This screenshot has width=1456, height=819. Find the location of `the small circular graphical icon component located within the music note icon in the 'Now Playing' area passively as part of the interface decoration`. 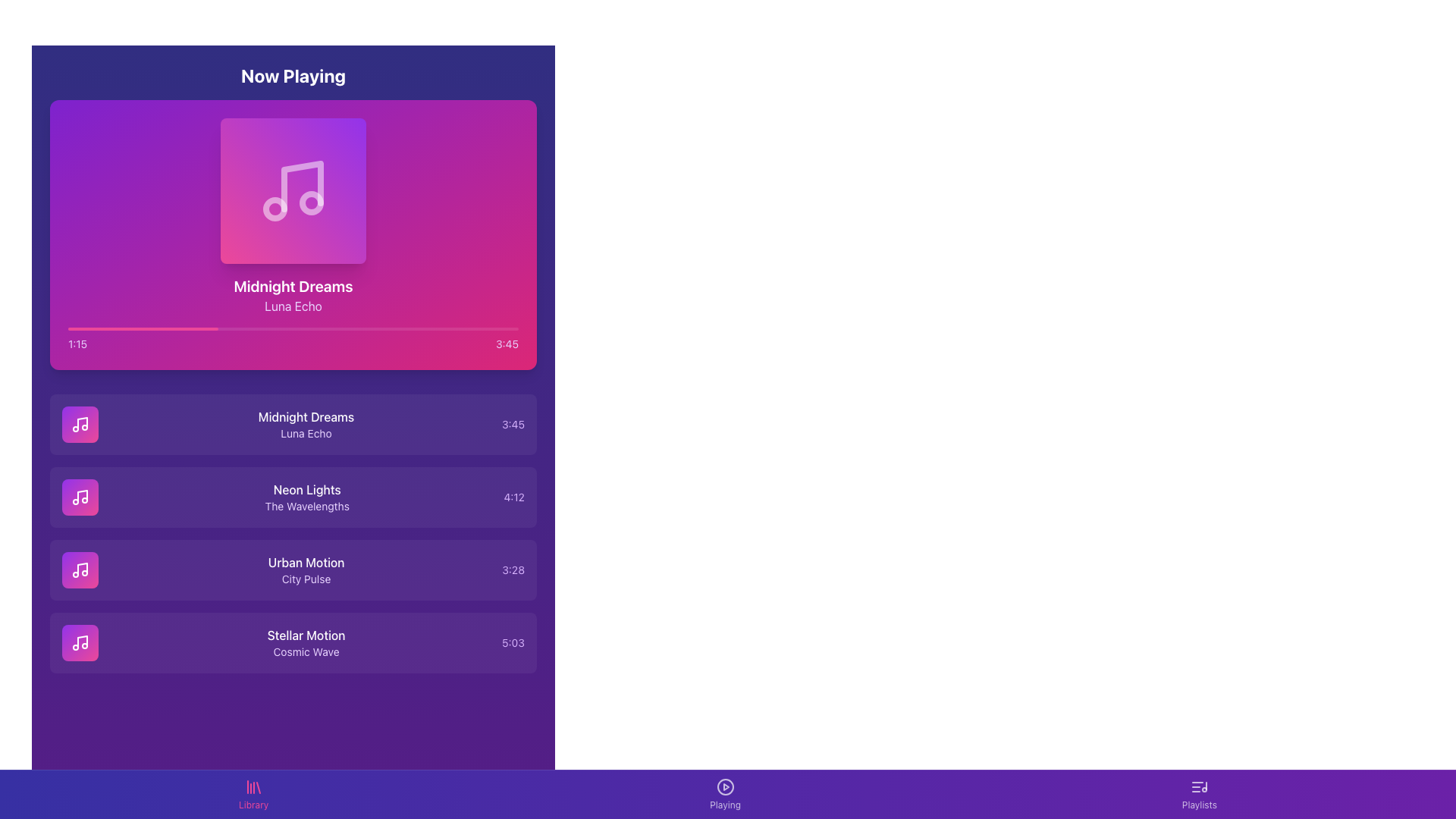

the small circular graphical icon component located within the music note icon in the 'Now Playing' area passively as part of the interface decoration is located at coordinates (311, 202).